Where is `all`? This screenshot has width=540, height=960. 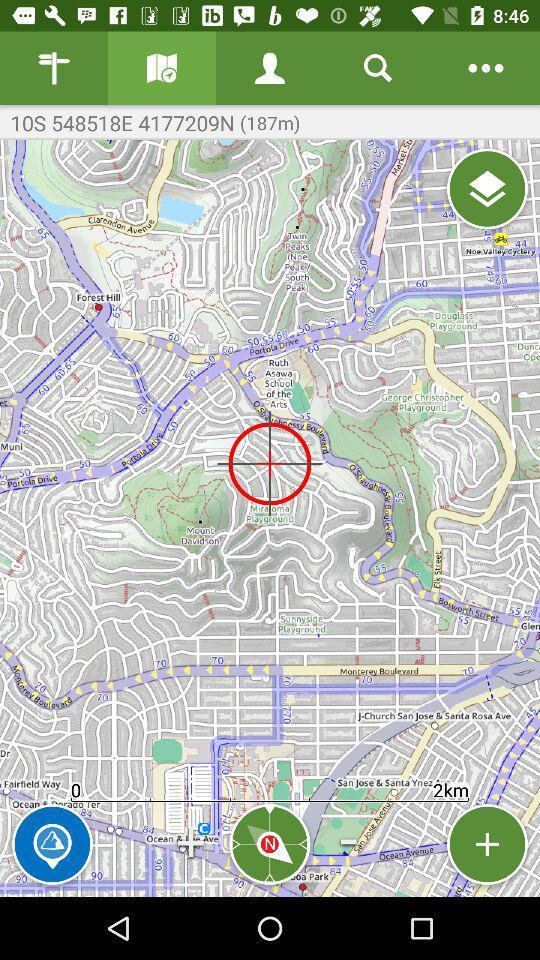
all is located at coordinates (486, 189).